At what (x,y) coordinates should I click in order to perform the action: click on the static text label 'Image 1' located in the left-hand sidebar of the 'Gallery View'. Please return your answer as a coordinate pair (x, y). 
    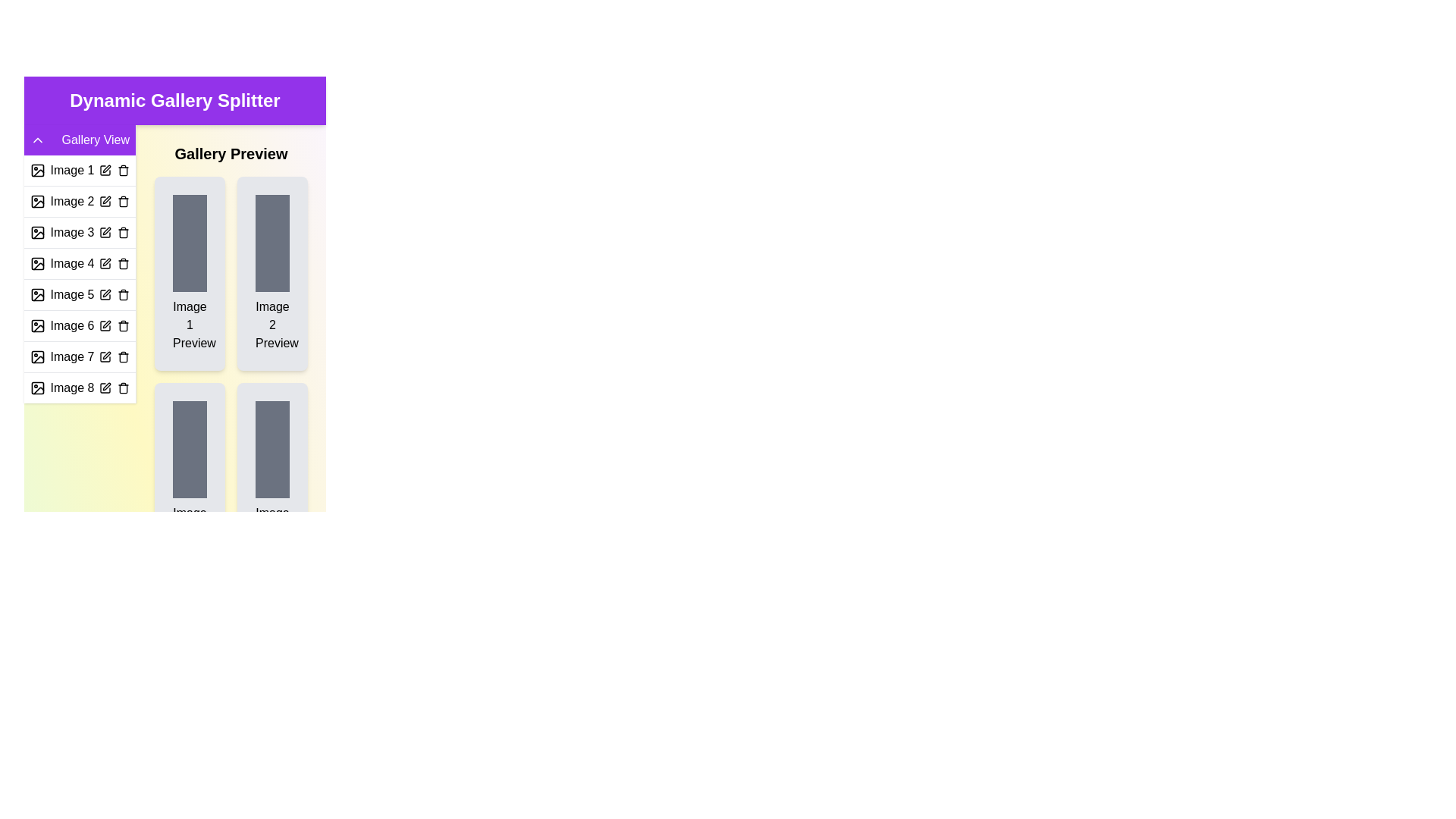
    Looking at the image, I should click on (71, 170).